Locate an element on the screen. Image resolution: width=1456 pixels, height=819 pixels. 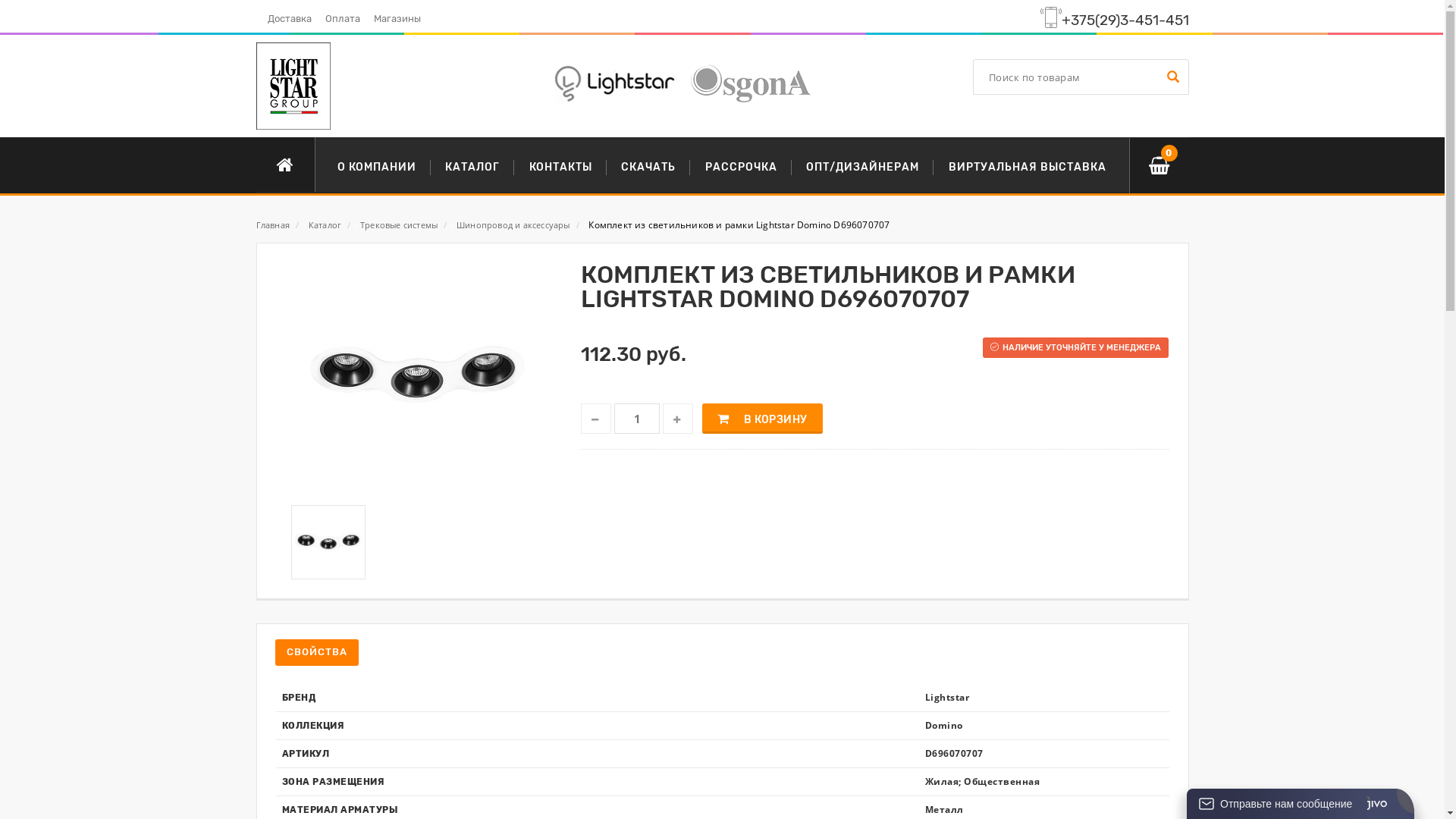
'0' is located at coordinates (1157, 165).